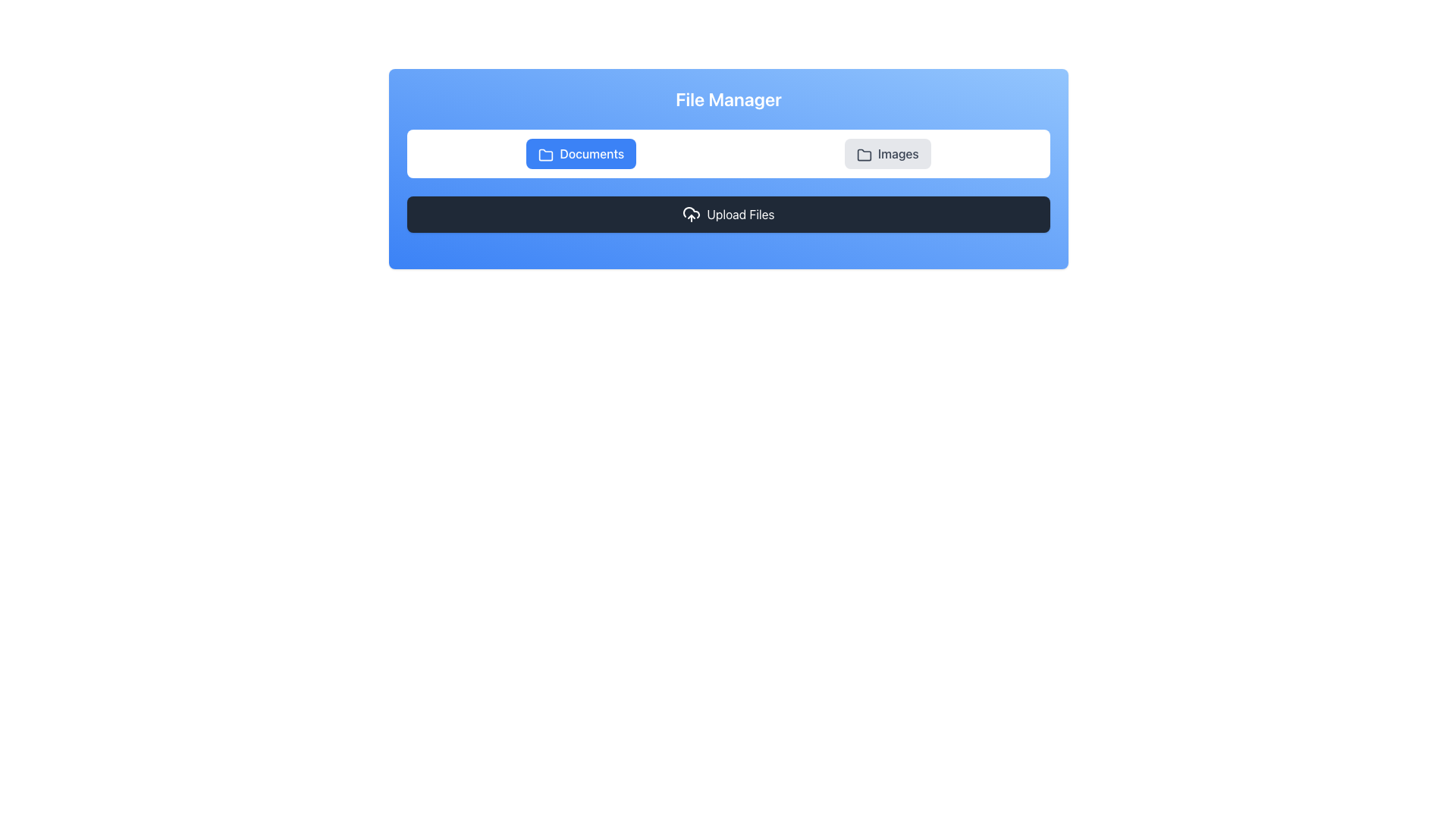  I want to click on the cloud shape of the upload icon, which is part of an upload button next to the 'Upload Files' label, so click(691, 212).